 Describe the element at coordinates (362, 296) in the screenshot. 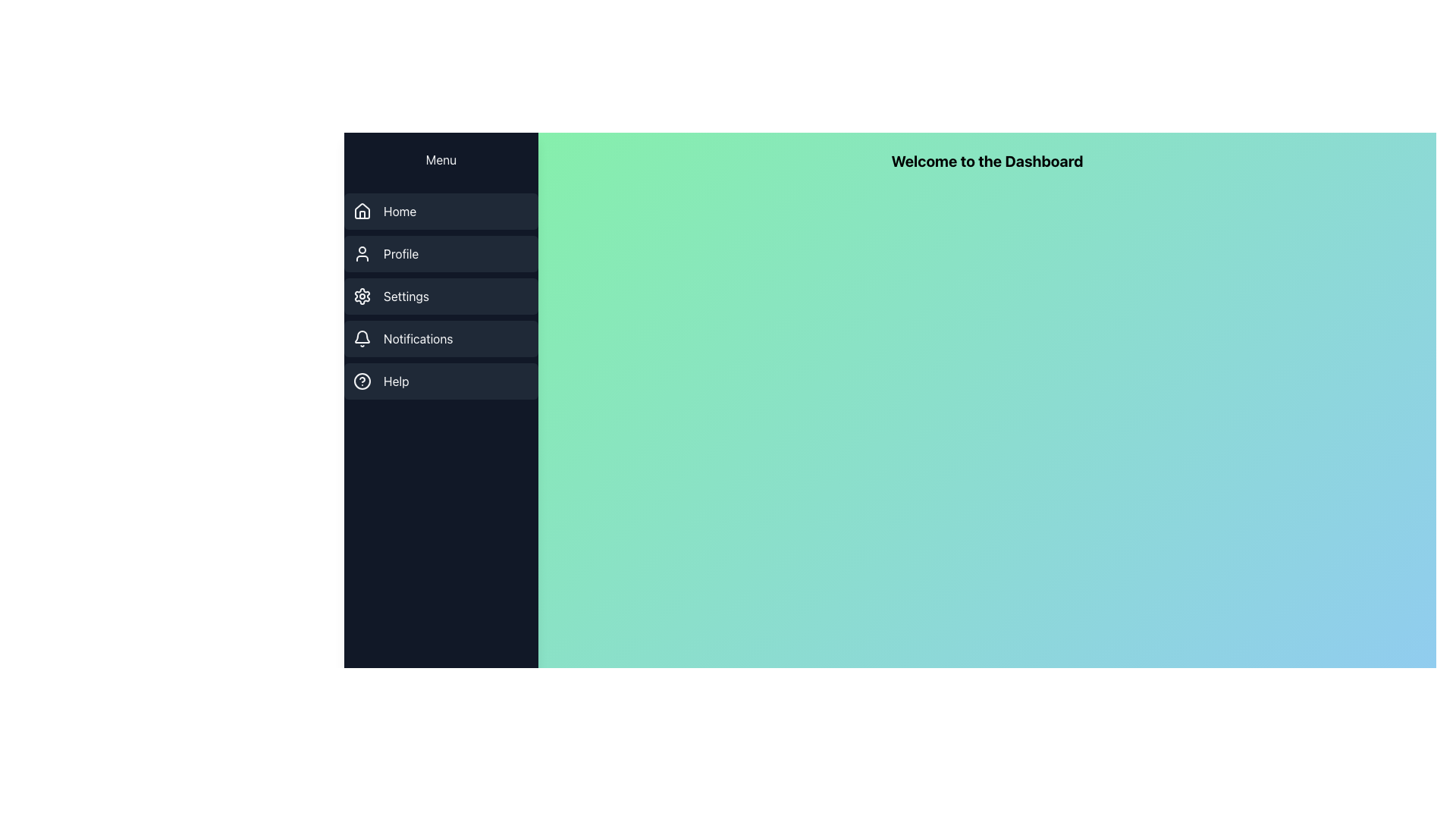

I see `the gear icon representing the 'Settings' option in the sidebar navigation menu, styled in light gray on a dark background` at that location.